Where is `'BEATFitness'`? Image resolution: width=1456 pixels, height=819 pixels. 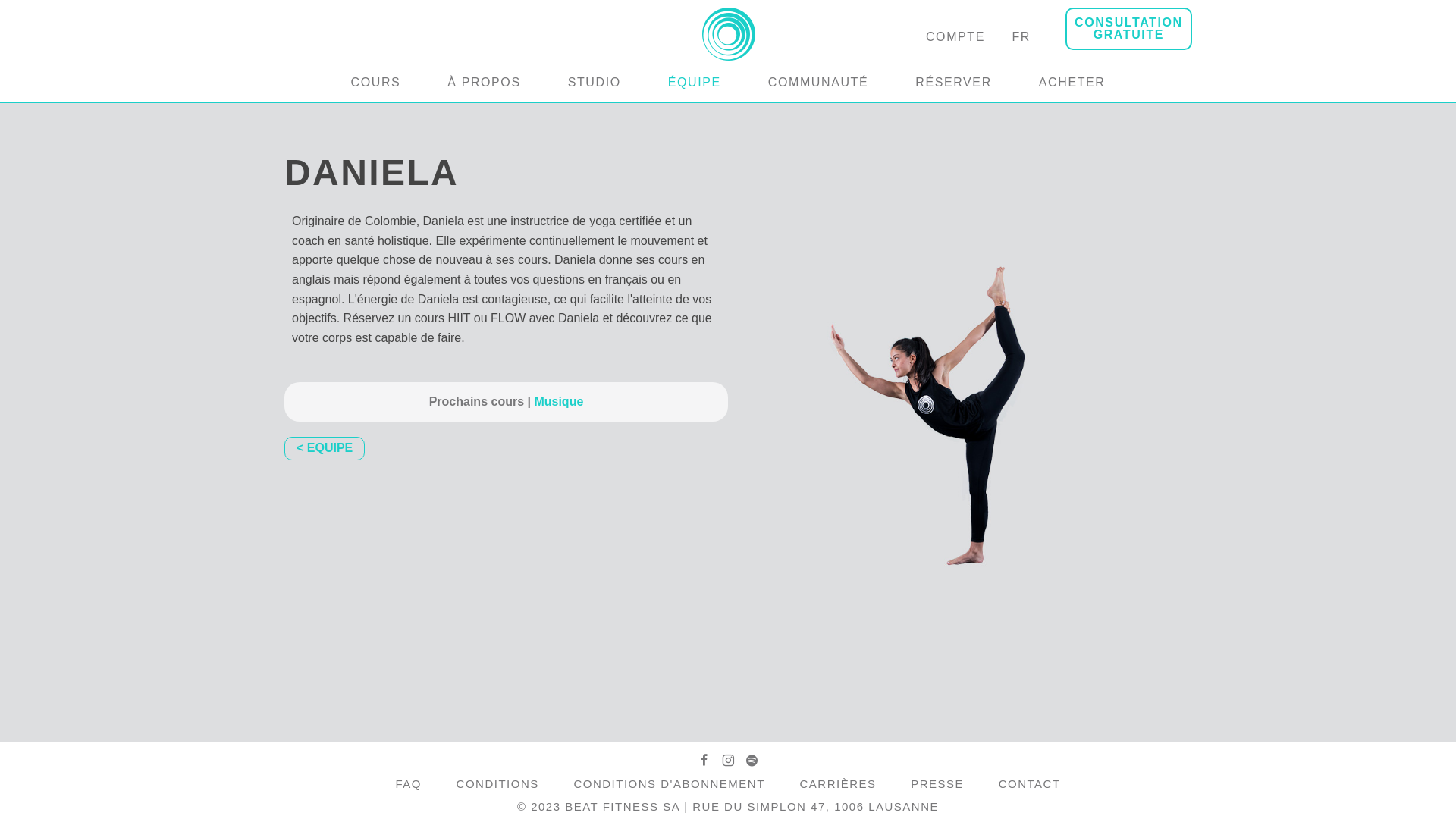
'BEATFitness' is located at coordinates (728, 52).